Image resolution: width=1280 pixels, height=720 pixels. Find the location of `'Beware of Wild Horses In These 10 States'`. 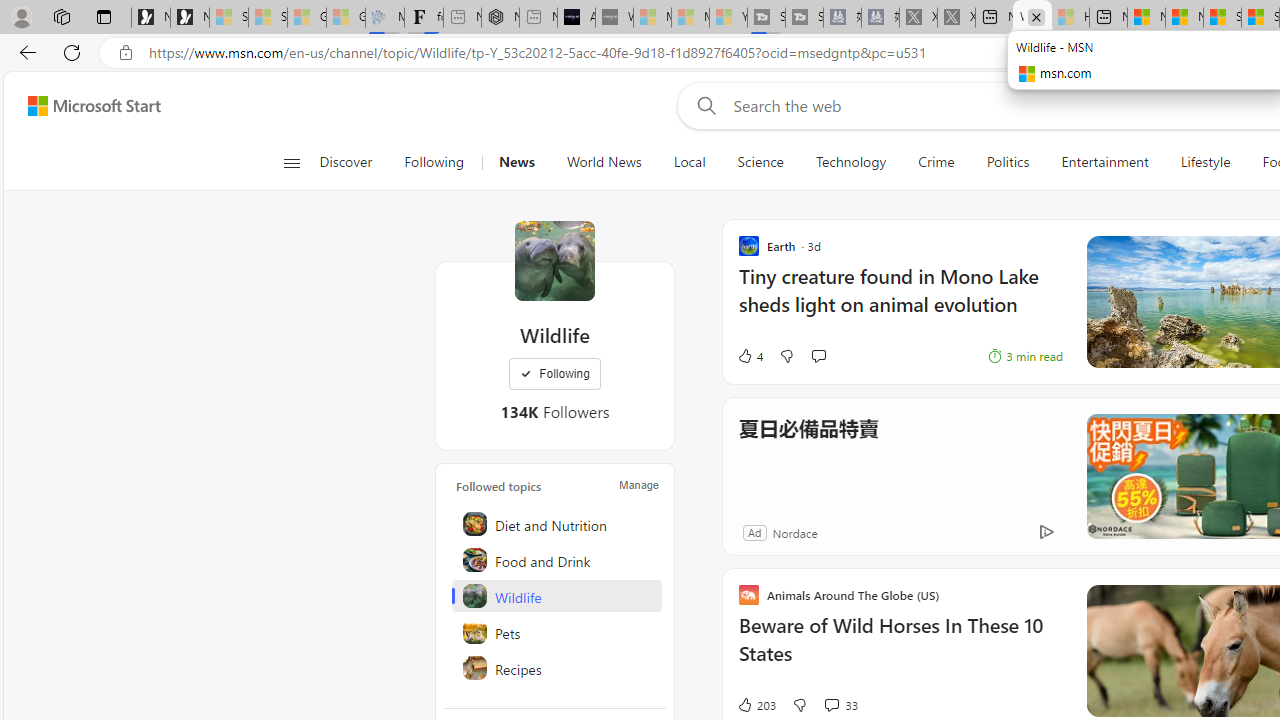

'Beware of Wild Horses In These 10 States' is located at coordinates (899, 650).